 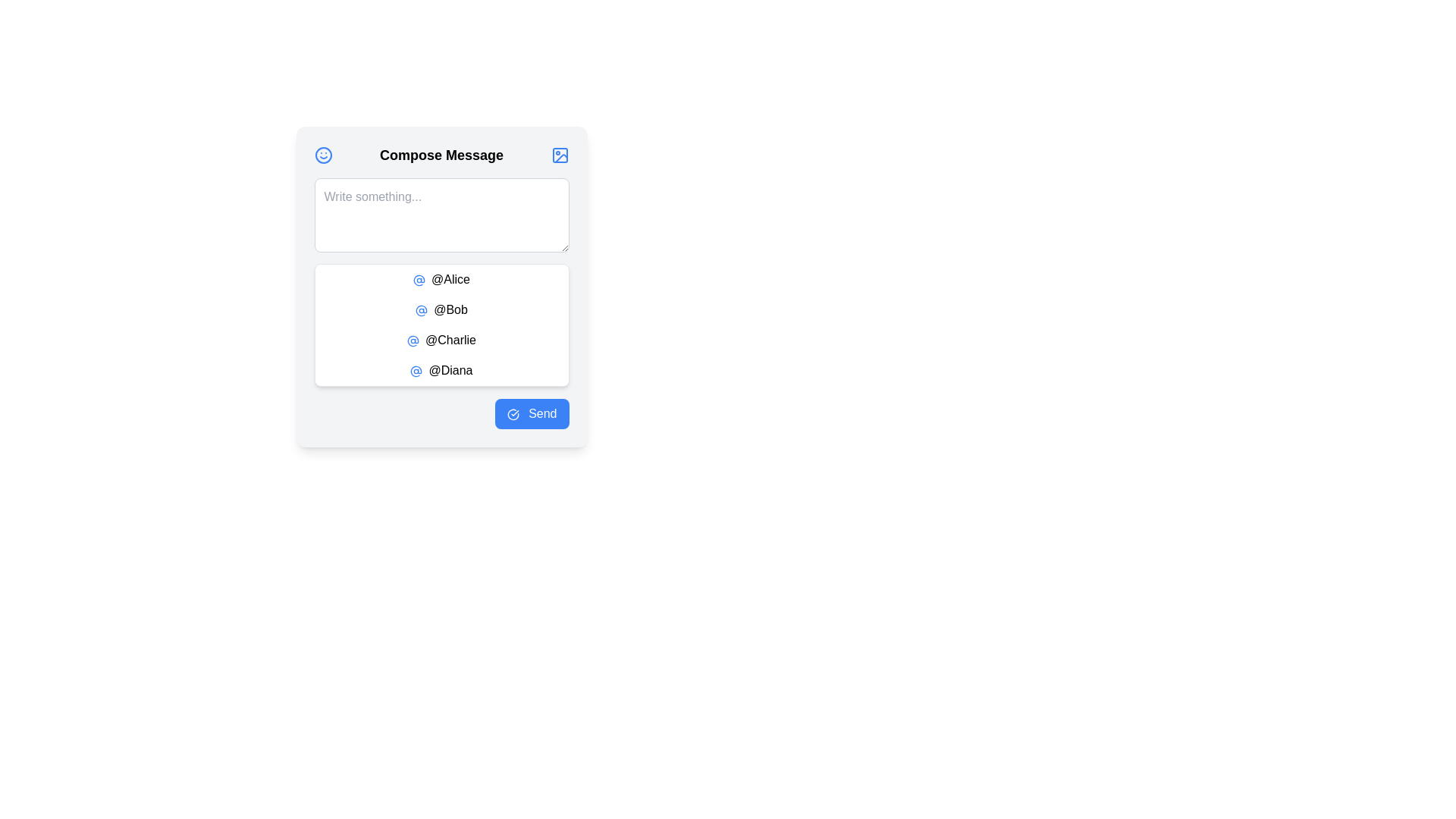 What do you see at coordinates (513, 414) in the screenshot?
I see `the icon located on the left edge of the 'Send' button, which symbolizes confirmation or completion` at bounding box center [513, 414].